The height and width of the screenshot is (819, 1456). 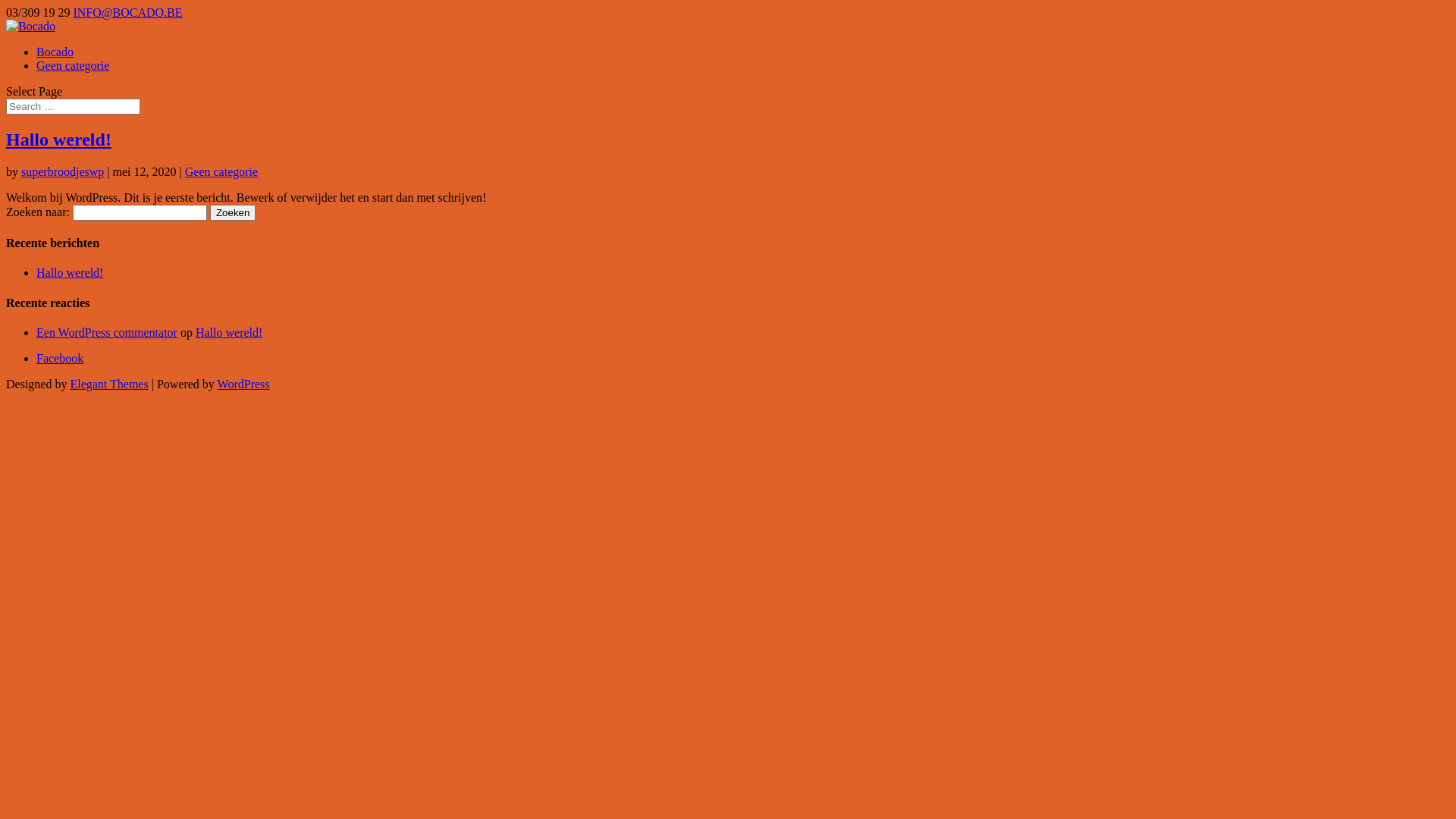 What do you see at coordinates (127, 12) in the screenshot?
I see `'INFO@BOCADO.BE'` at bounding box center [127, 12].